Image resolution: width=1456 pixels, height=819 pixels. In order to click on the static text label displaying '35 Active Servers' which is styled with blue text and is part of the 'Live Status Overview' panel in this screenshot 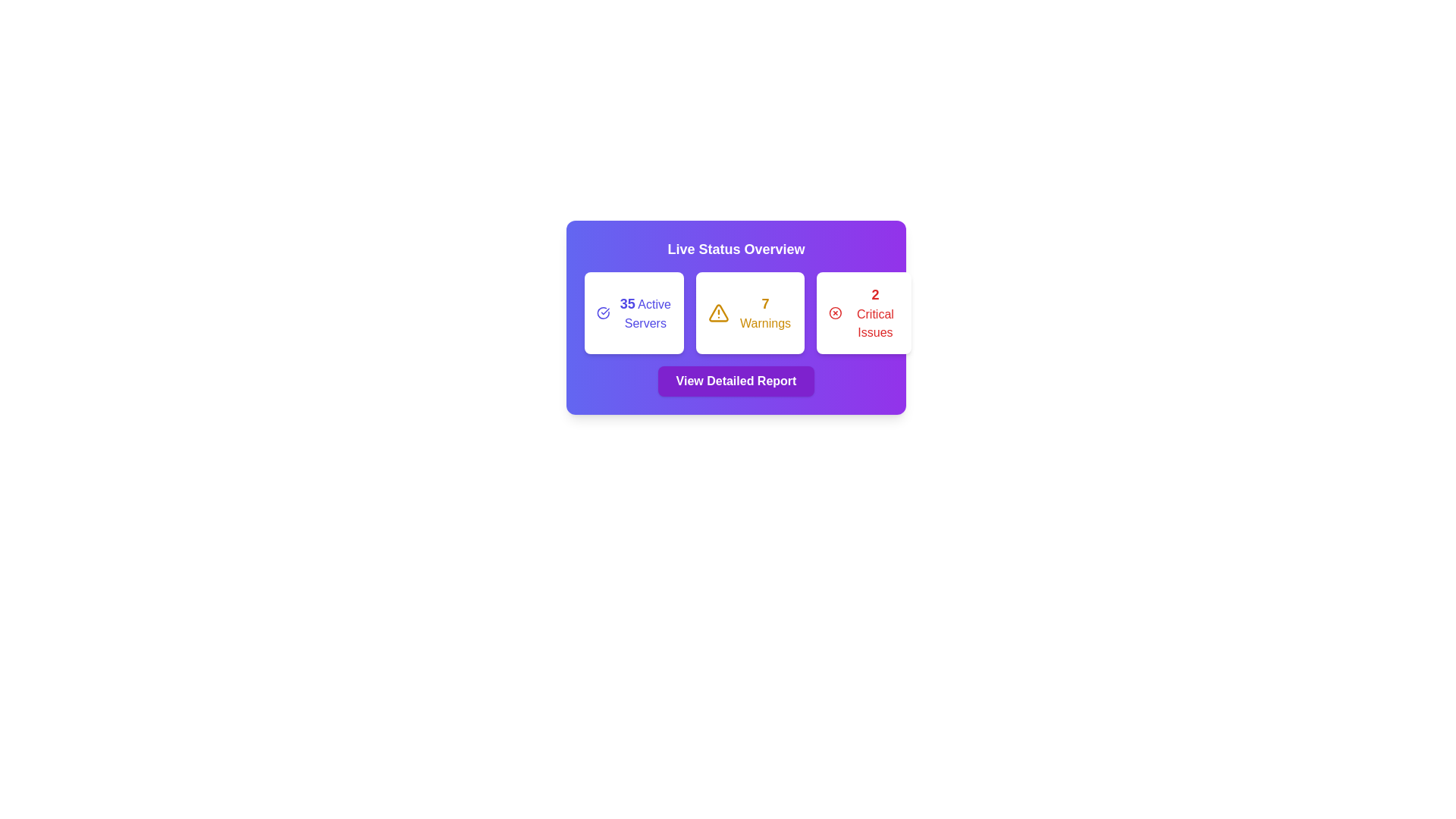, I will do `click(645, 312)`.